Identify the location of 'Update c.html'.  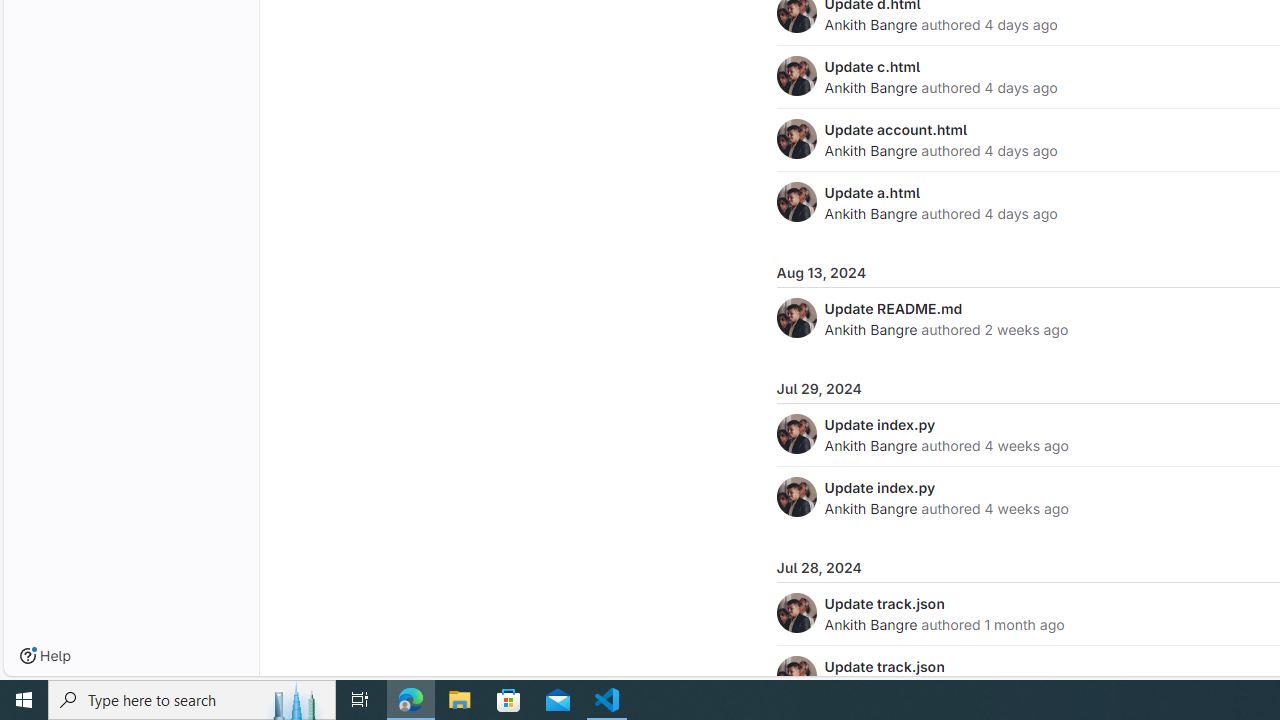
(872, 65).